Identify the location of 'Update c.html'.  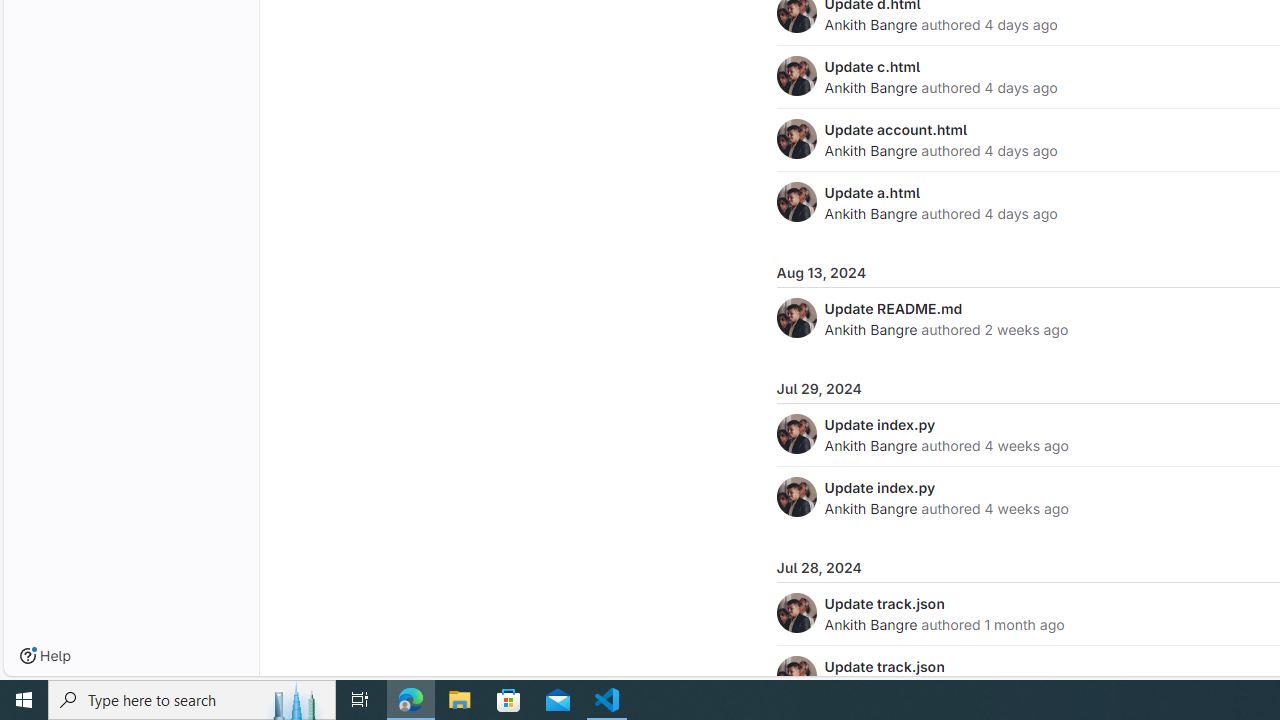
(872, 65).